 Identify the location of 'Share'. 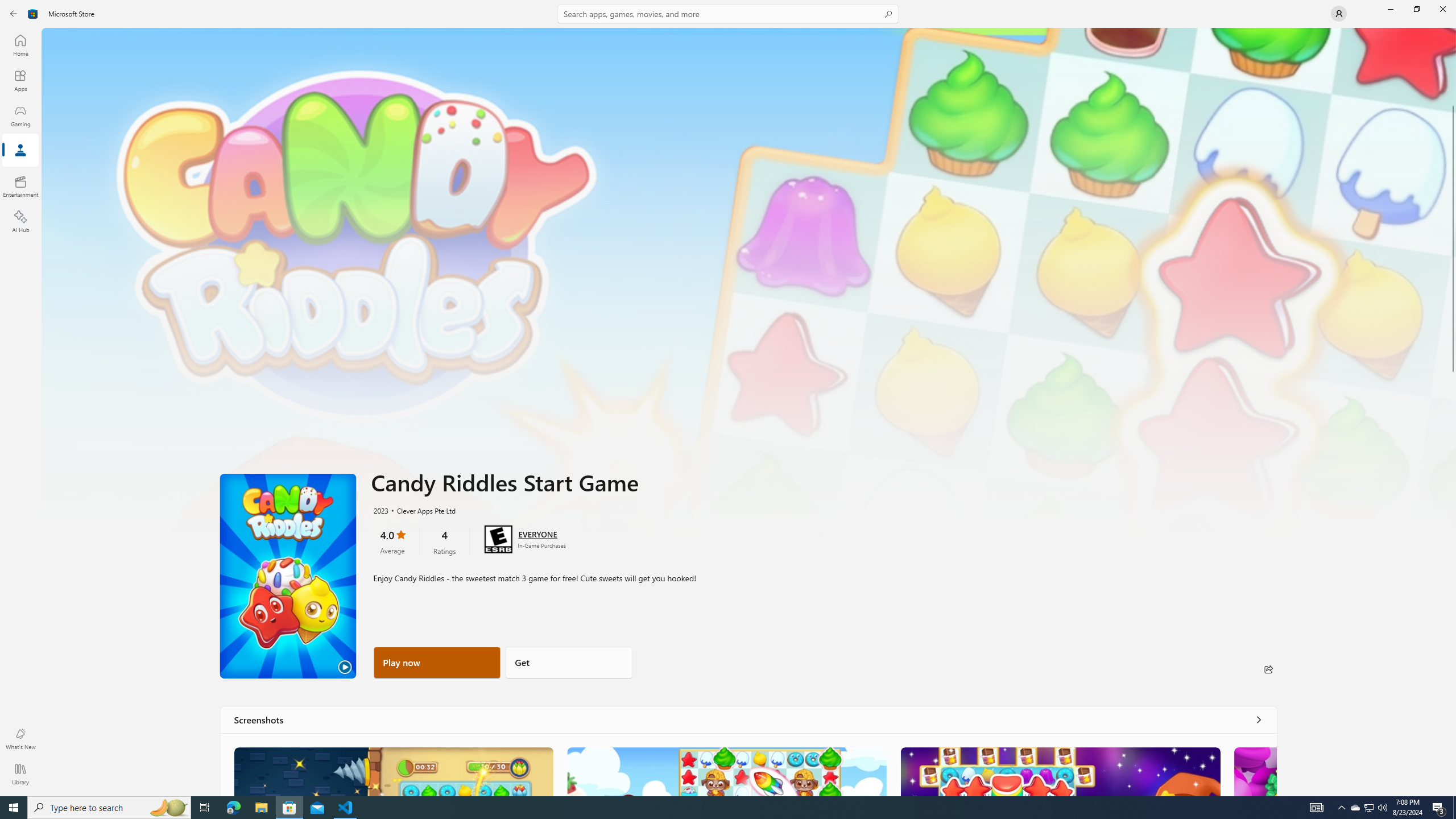
(1268, 668).